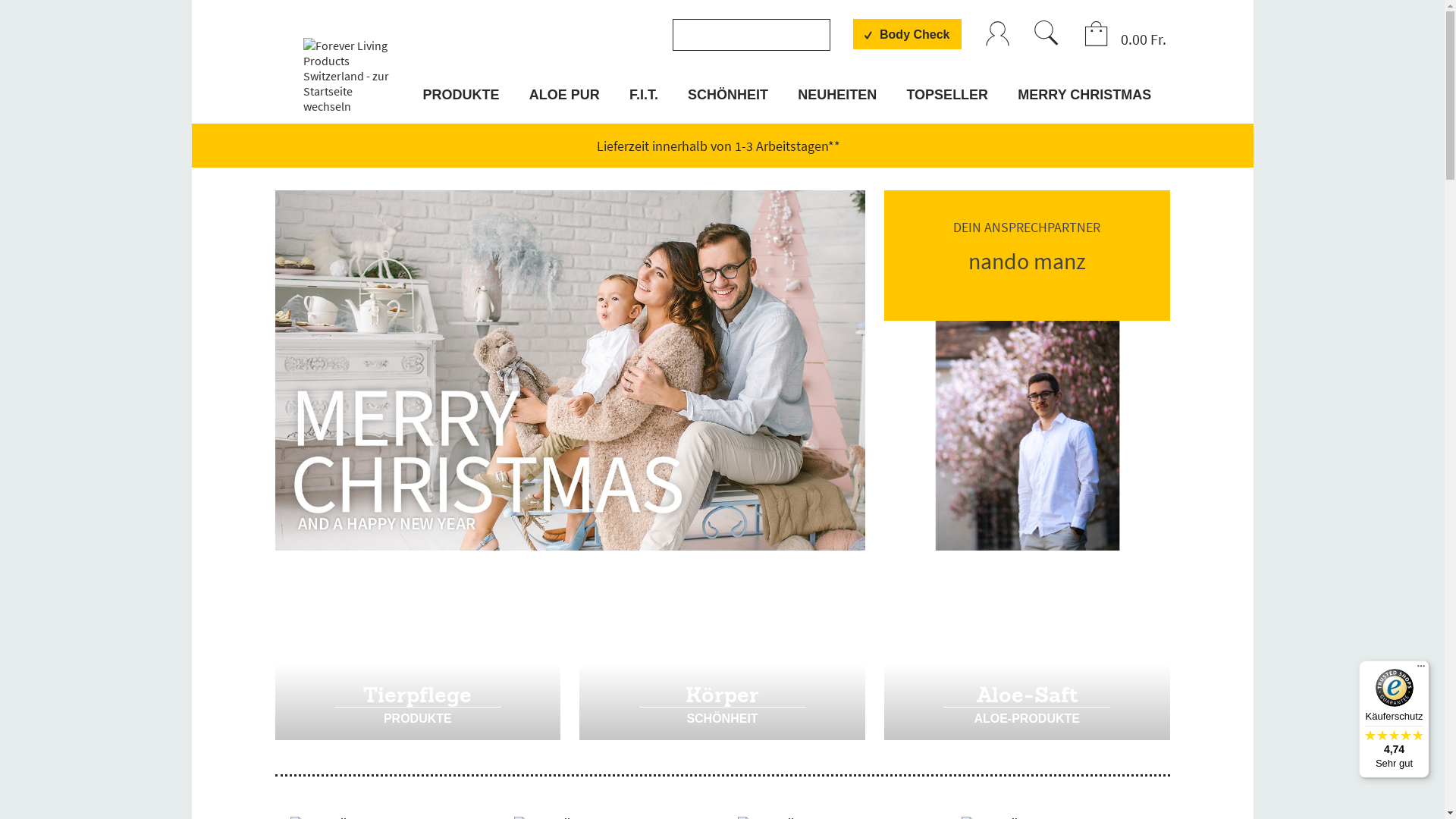  What do you see at coordinates (1081, 103) in the screenshot?
I see `'MERRY CHRISTMAS'` at bounding box center [1081, 103].